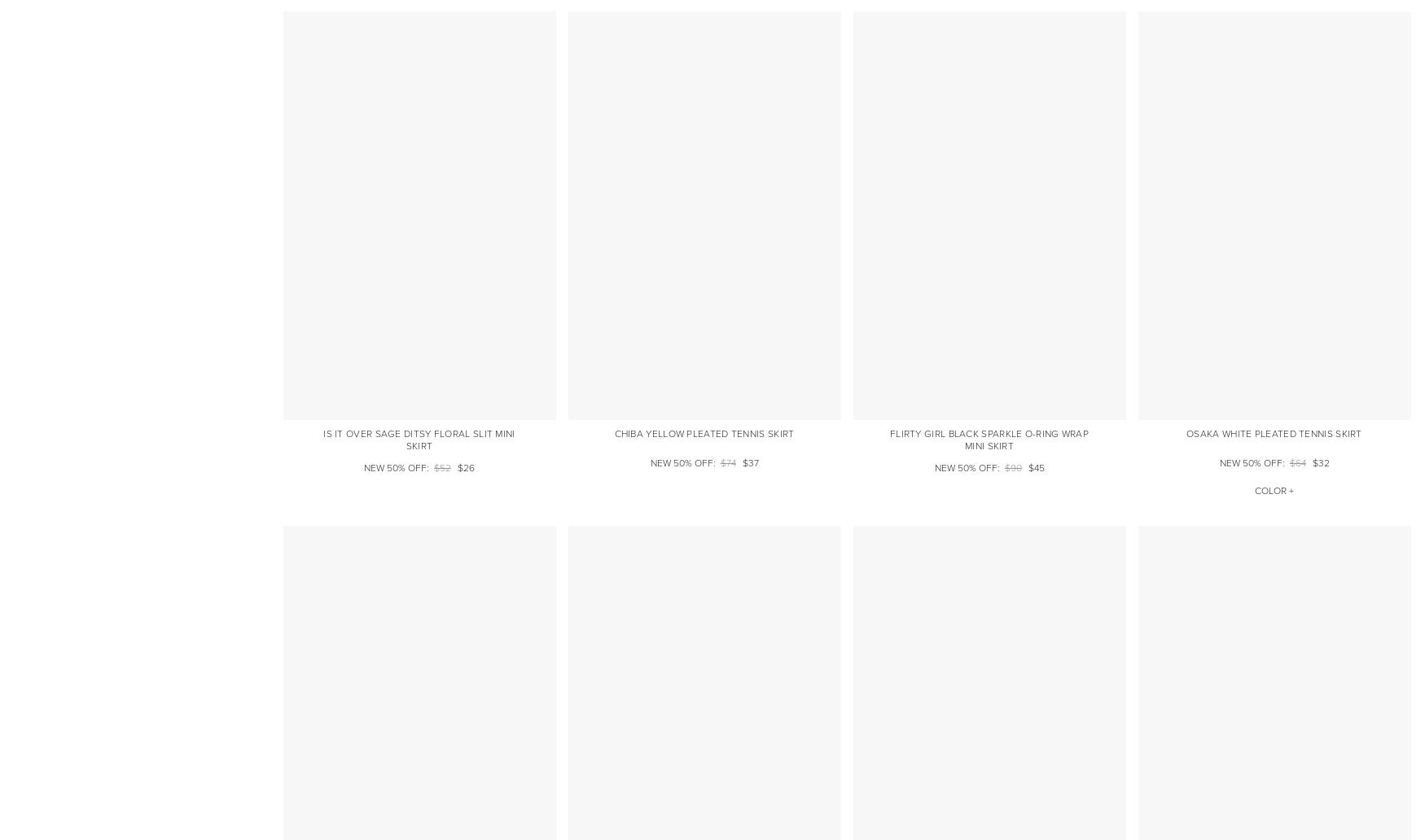  Describe the element at coordinates (1012, 468) in the screenshot. I see `'$90'` at that location.